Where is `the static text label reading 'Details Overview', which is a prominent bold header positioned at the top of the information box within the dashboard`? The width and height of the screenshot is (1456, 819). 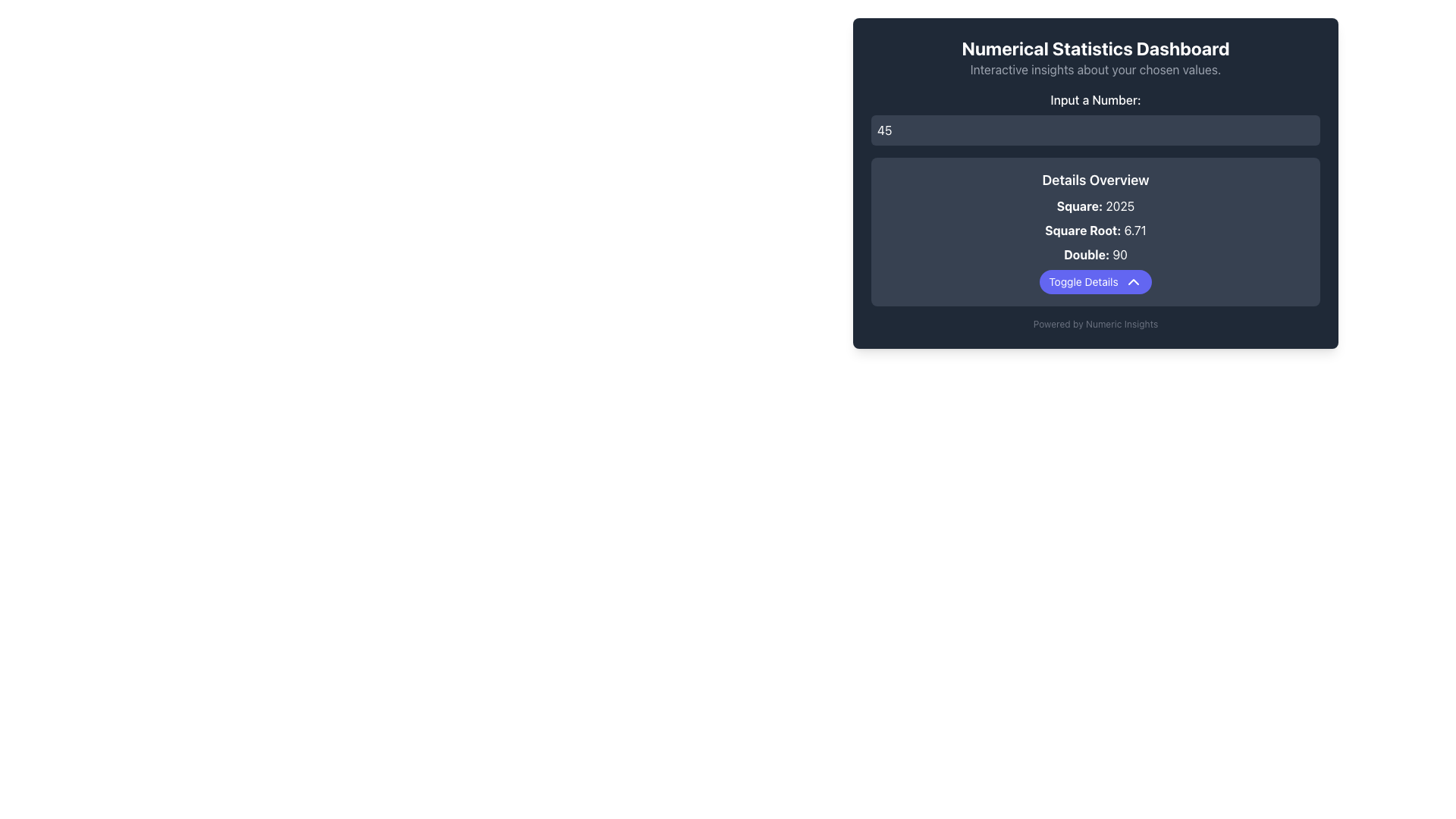
the static text label reading 'Details Overview', which is a prominent bold header positioned at the top of the information box within the dashboard is located at coordinates (1095, 180).